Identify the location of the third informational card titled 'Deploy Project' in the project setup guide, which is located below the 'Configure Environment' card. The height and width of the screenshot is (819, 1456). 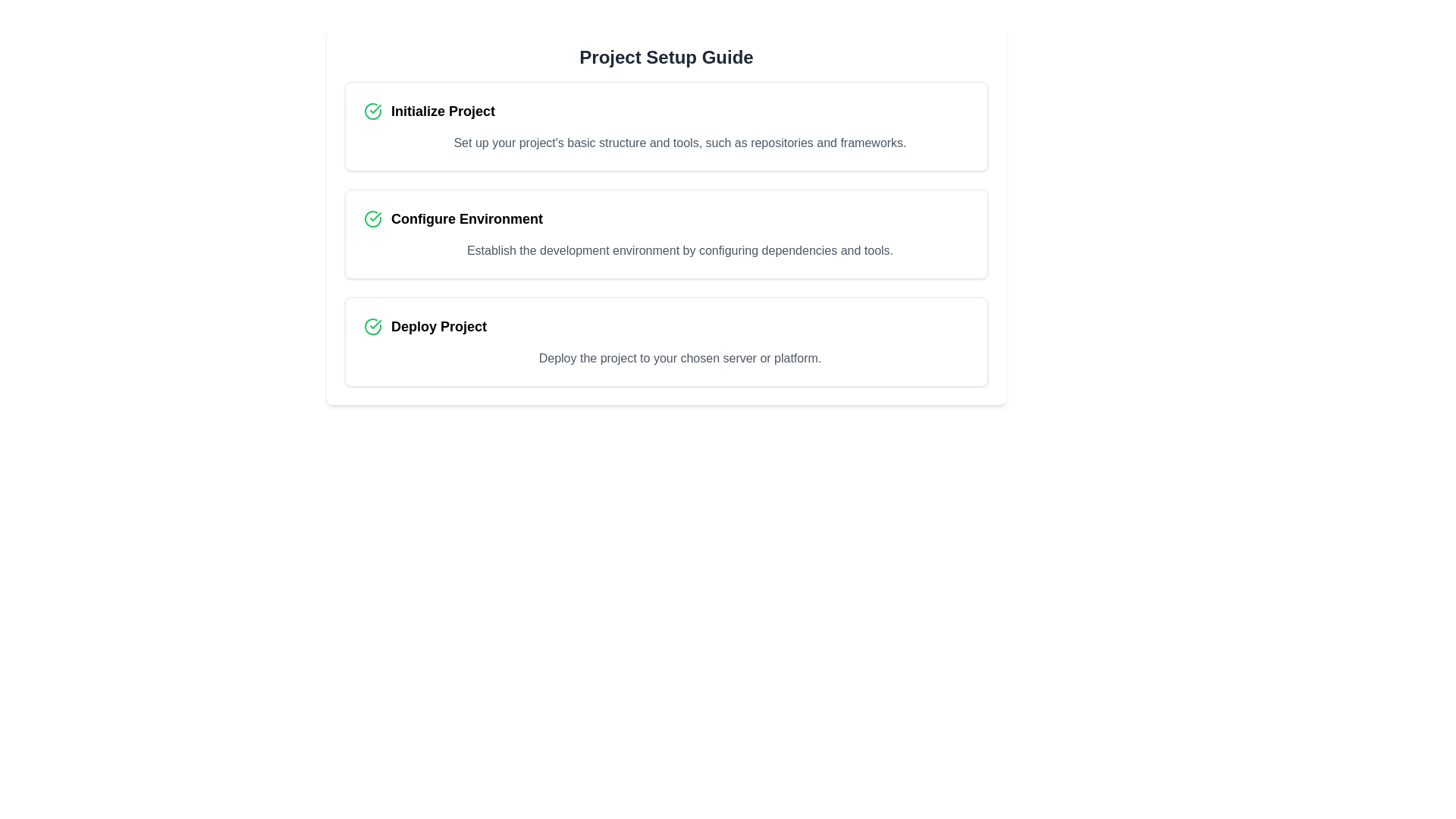
(666, 342).